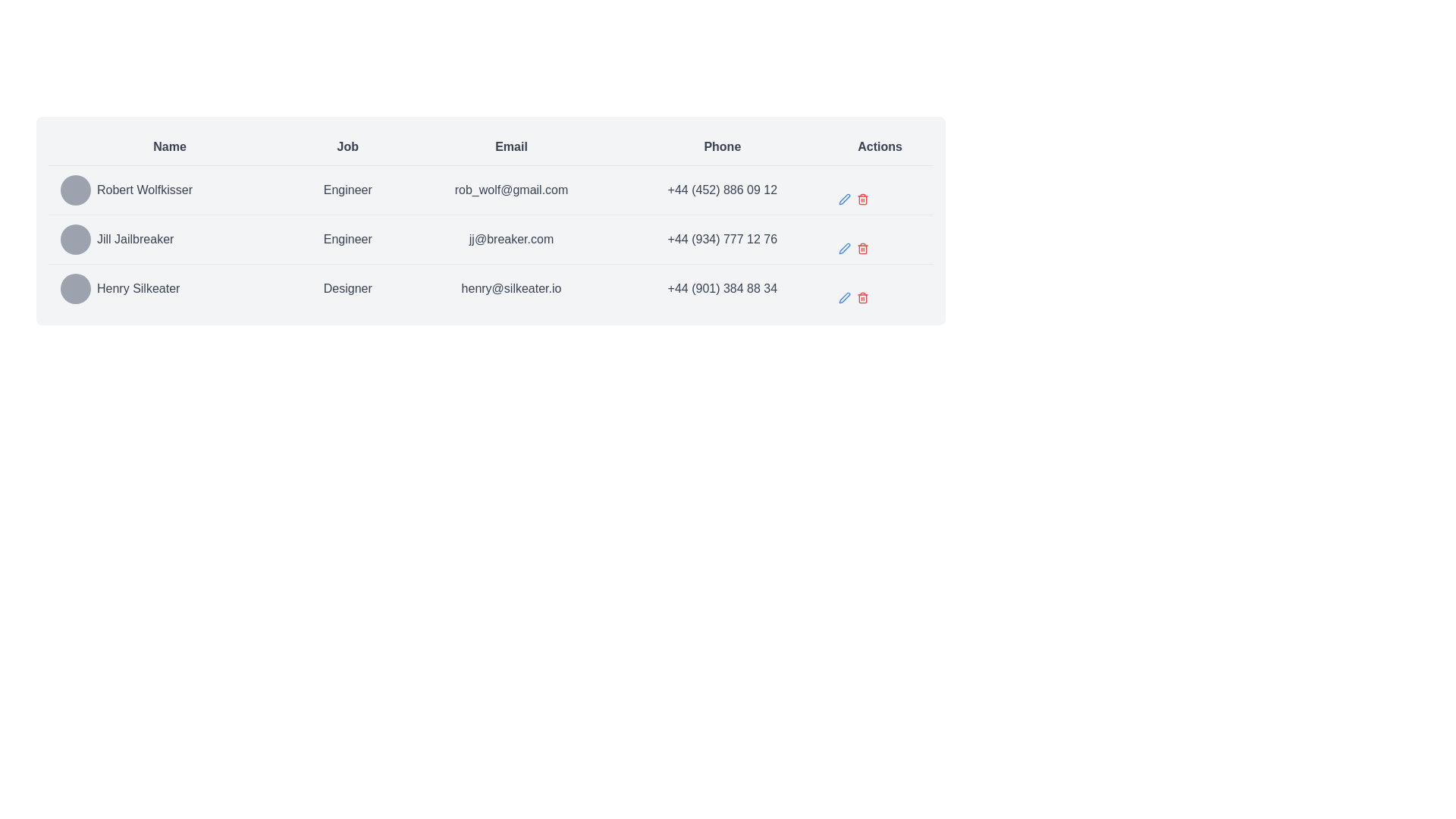 The height and width of the screenshot is (819, 1456). Describe the element at coordinates (511, 147) in the screenshot. I see `the static text element that serves as the header for the Email column in the table, located between the 'Job' and 'Phone' headers` at that location.